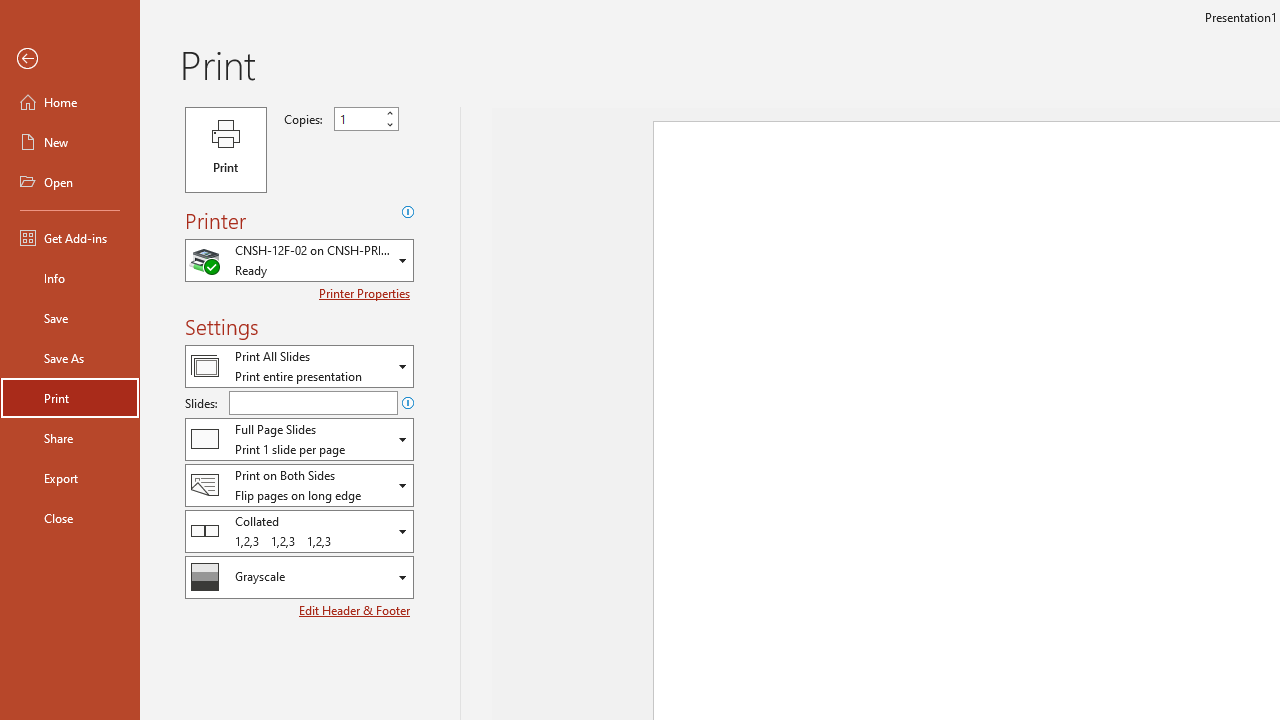  What do you see at coordinates (69, 478) in the screenshot?
I see `'Export'` at bounding box center [69, 478].